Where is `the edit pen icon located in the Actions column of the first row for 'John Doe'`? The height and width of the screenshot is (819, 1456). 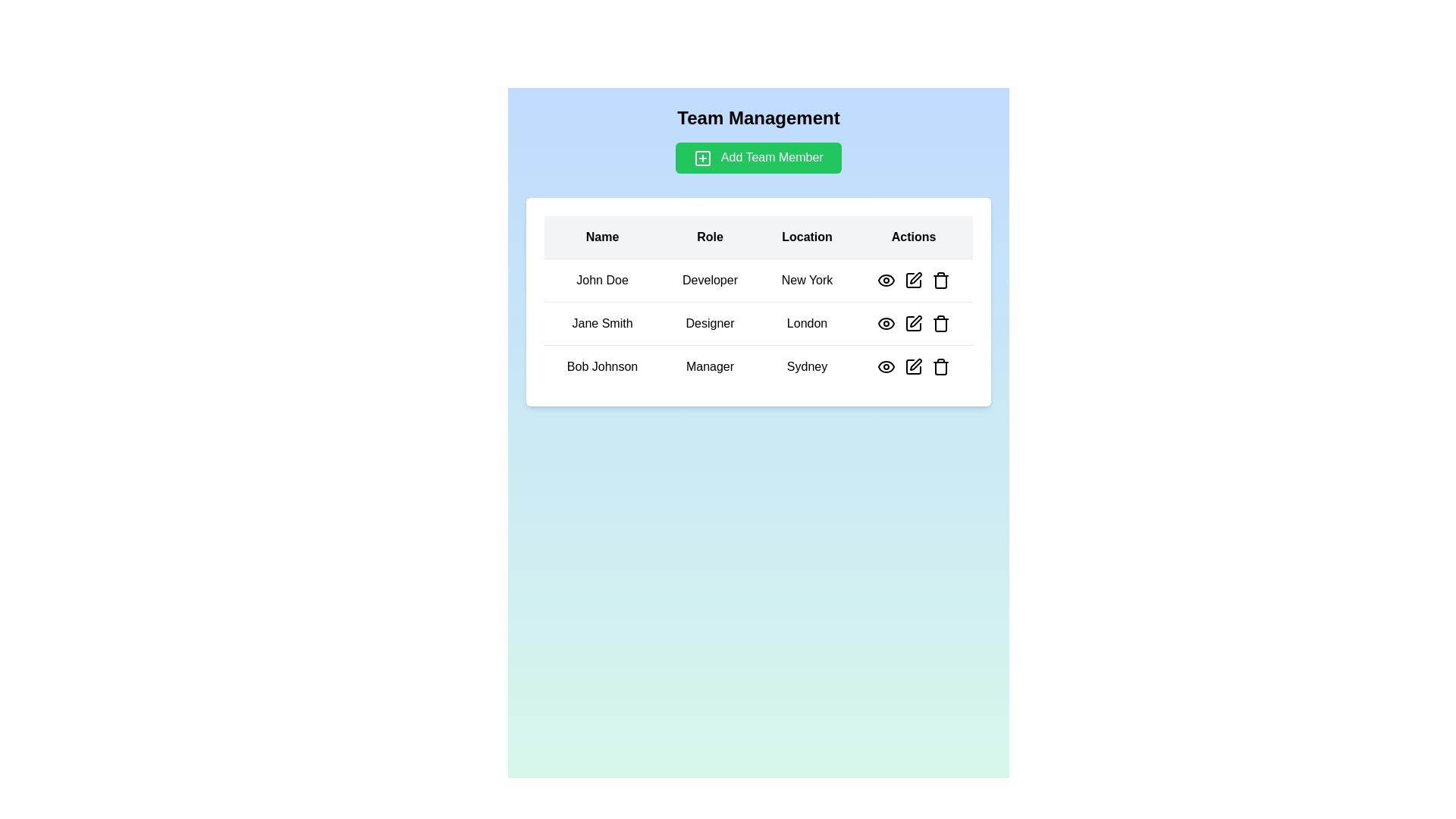 the edit pen icon located in the Actions column of the first row for 'John Doe' is located at coordinates (915, 278).